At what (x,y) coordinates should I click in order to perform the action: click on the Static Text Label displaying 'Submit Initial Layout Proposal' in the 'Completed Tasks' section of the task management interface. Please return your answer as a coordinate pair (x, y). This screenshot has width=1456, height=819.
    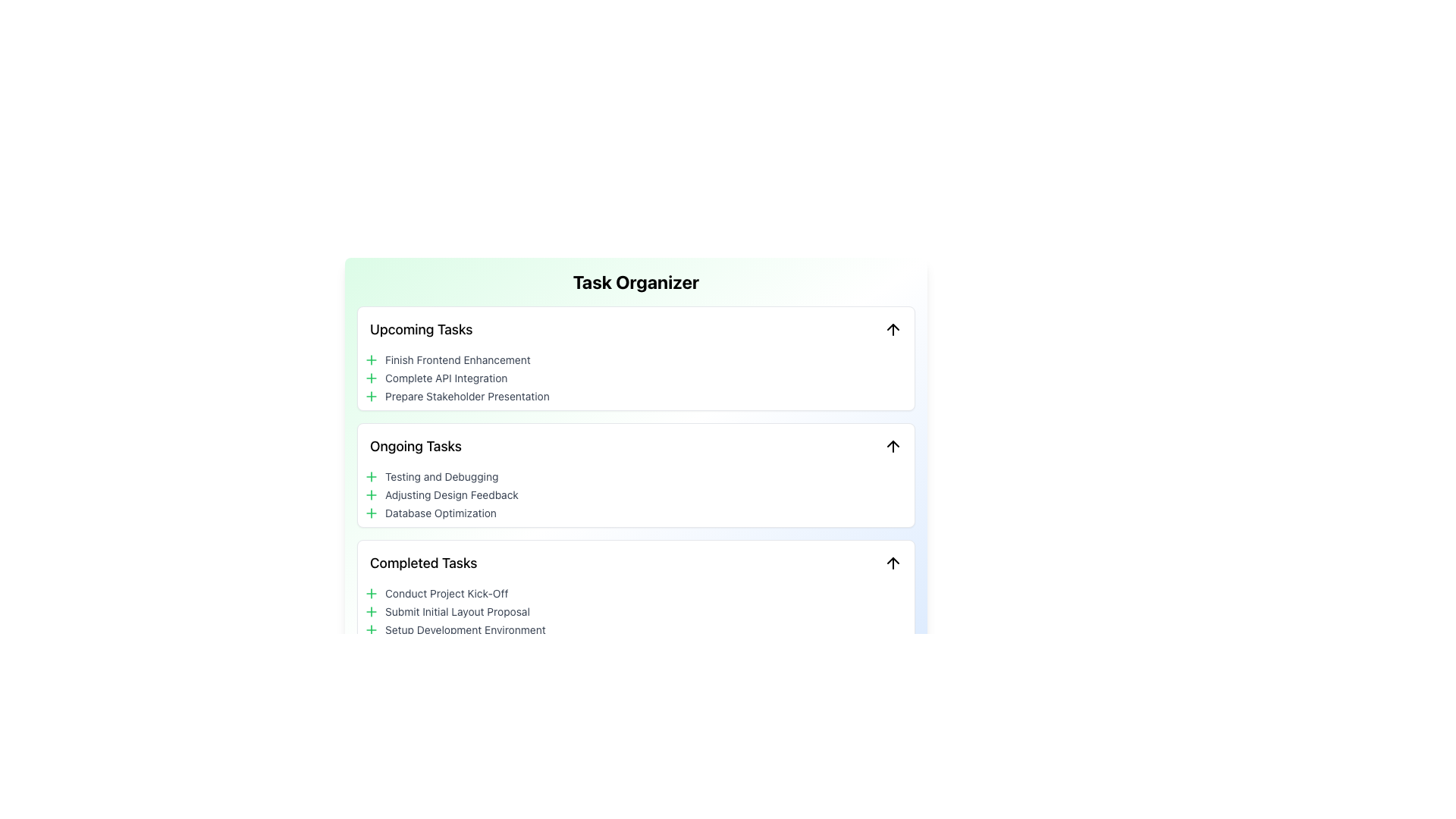
    Looking at the image, I should click on (457, 610).